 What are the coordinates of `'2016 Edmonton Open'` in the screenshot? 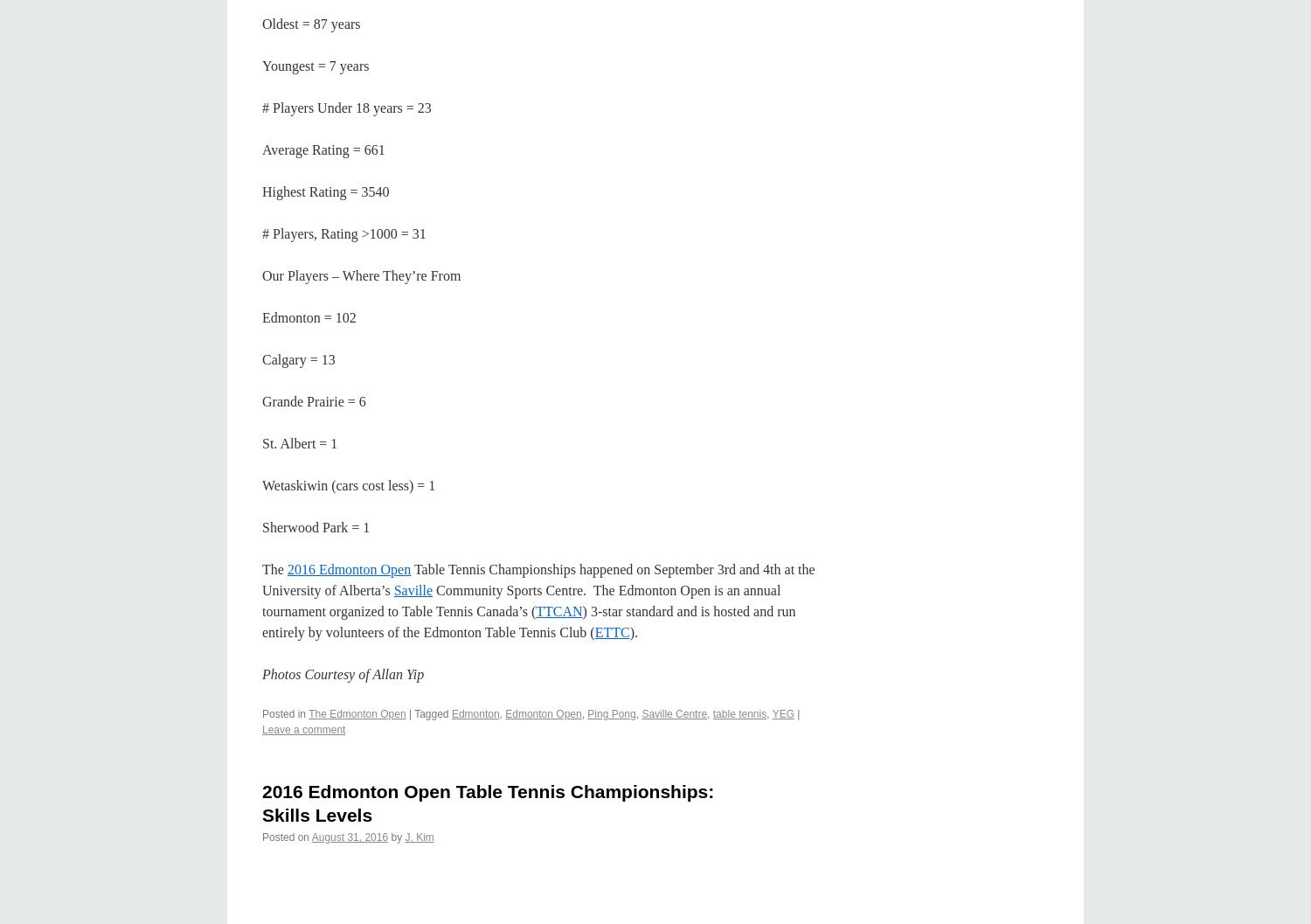 It's located at (349, 568).